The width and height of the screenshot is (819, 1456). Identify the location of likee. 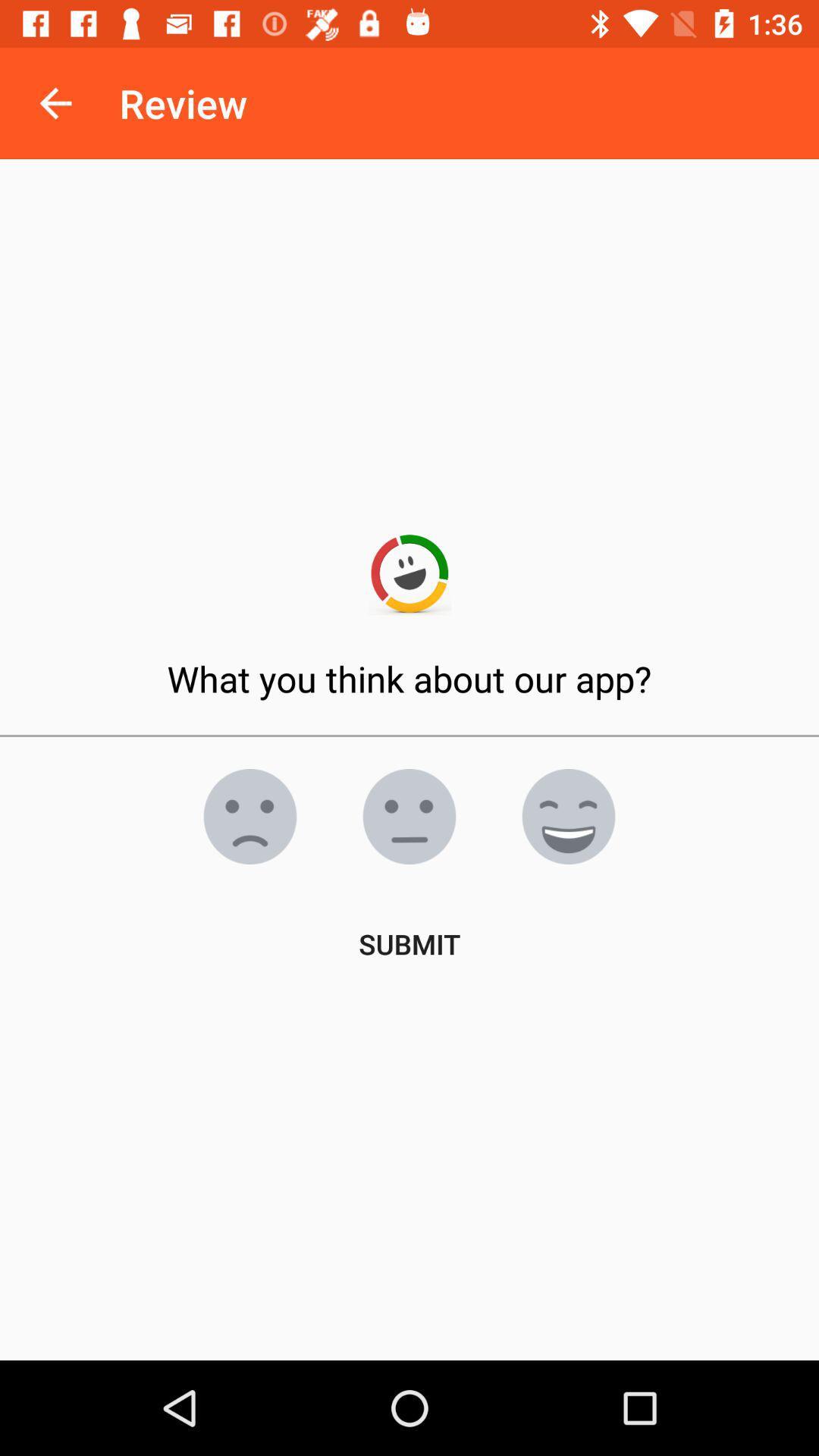
(409, 815).